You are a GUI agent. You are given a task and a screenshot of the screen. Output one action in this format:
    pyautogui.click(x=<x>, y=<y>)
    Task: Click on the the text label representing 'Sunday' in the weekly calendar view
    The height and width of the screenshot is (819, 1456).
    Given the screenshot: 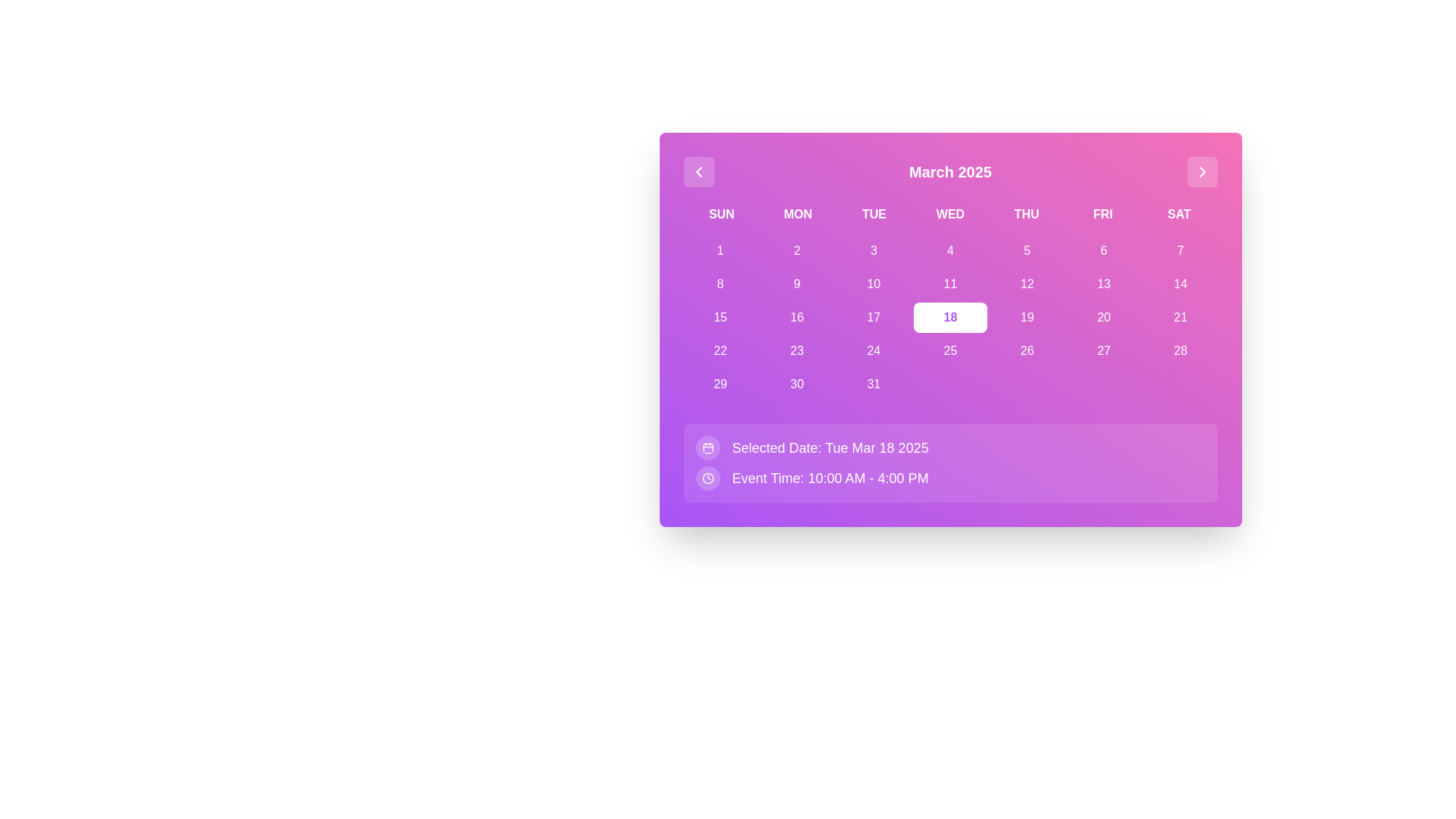 What is the action you would take?
    pyautogui.click(x=720, y=214)
    